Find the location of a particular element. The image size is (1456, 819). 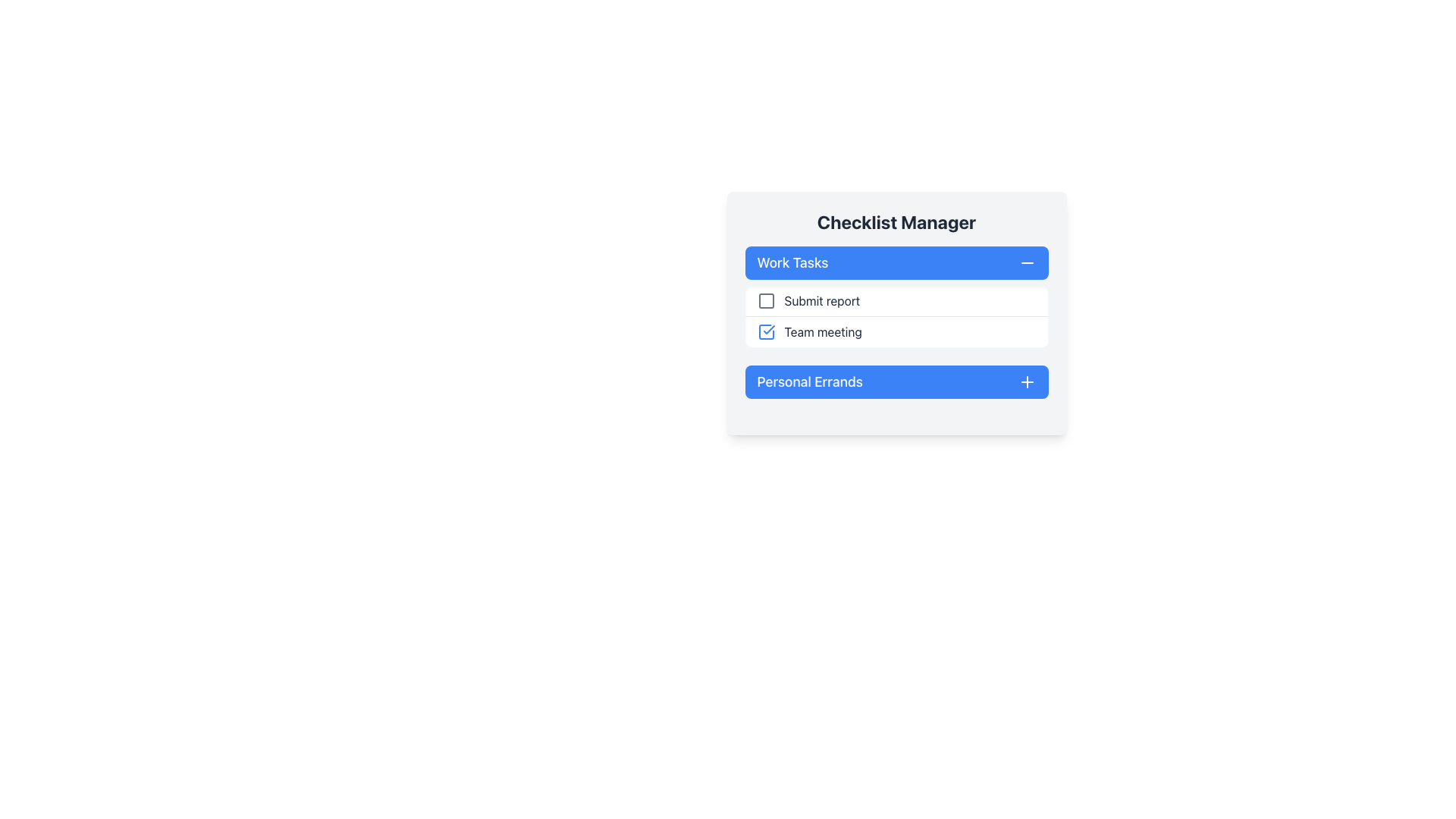

the checklist icon located in the first position from the left in the 'Work Tasks' section, next to the 'Submit report' text is located at coordinates (766, 301).